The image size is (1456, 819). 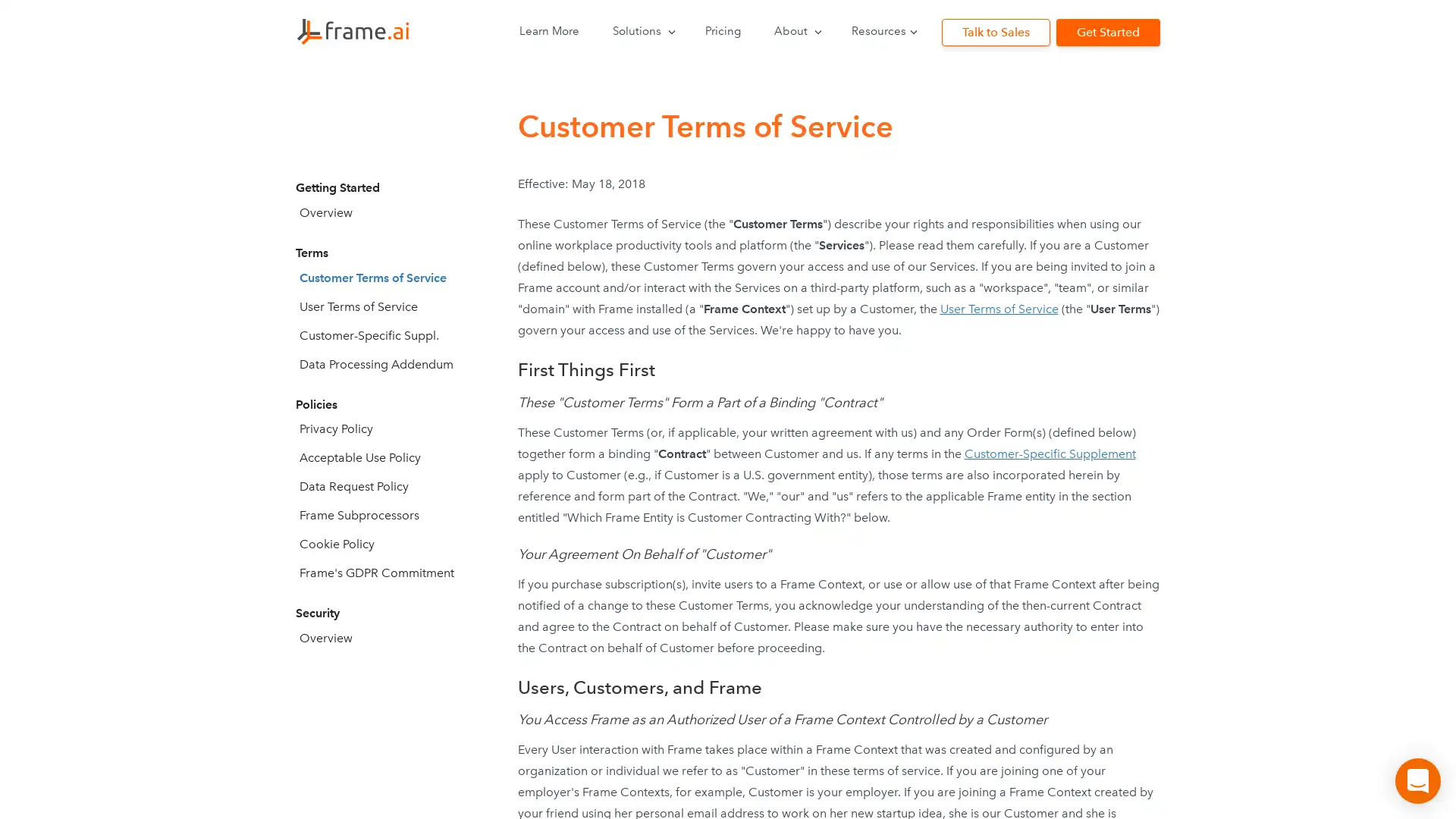 What do you see at coordinates (1417, 780) in the screenshot?
I see `Open Intercom Messenger` at bounding box center [1417, 780].